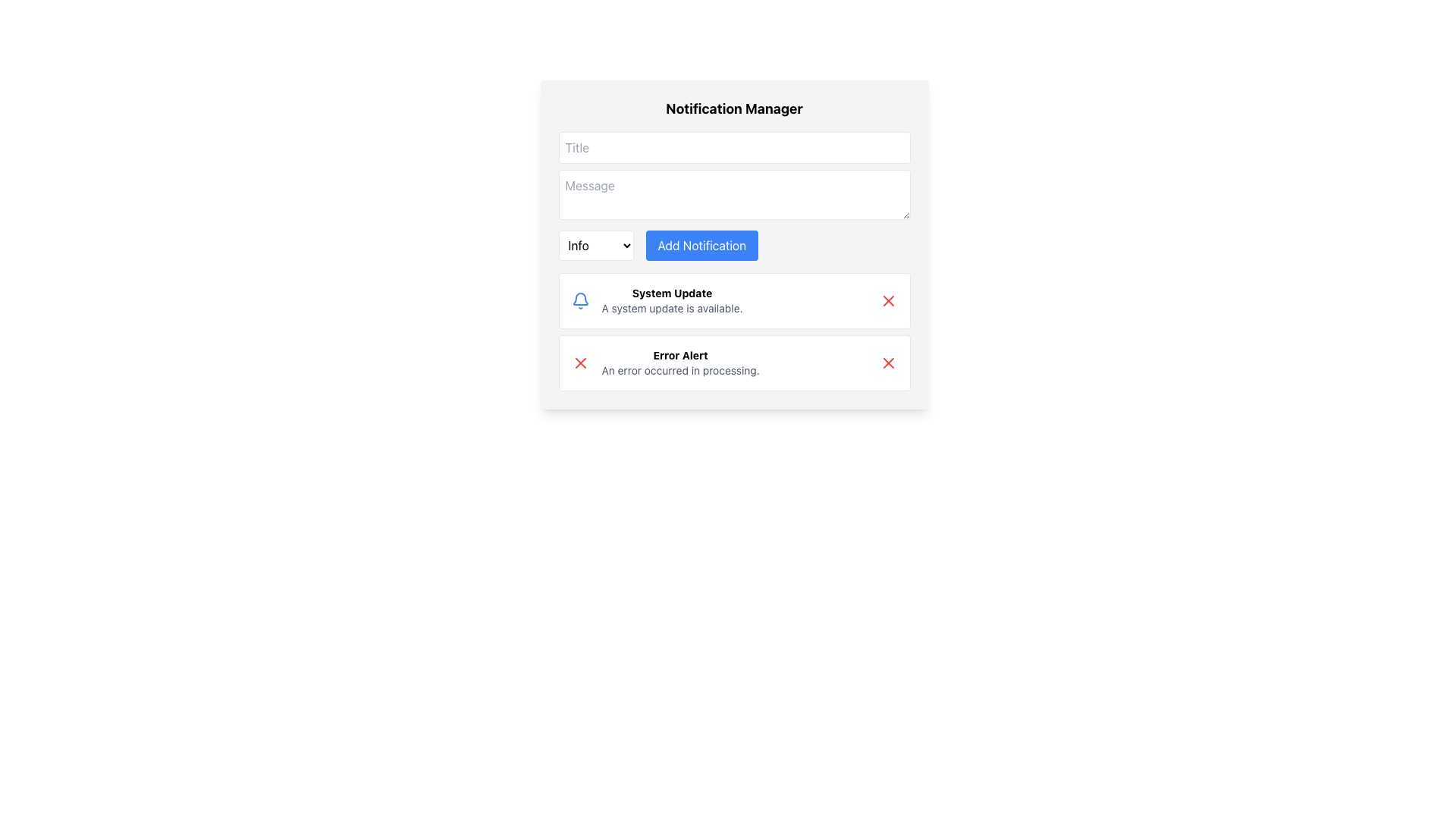  Describe the element at coordinates (734, 362) in the screenshot. I see `the 'Error Alert' notification box` at that location.